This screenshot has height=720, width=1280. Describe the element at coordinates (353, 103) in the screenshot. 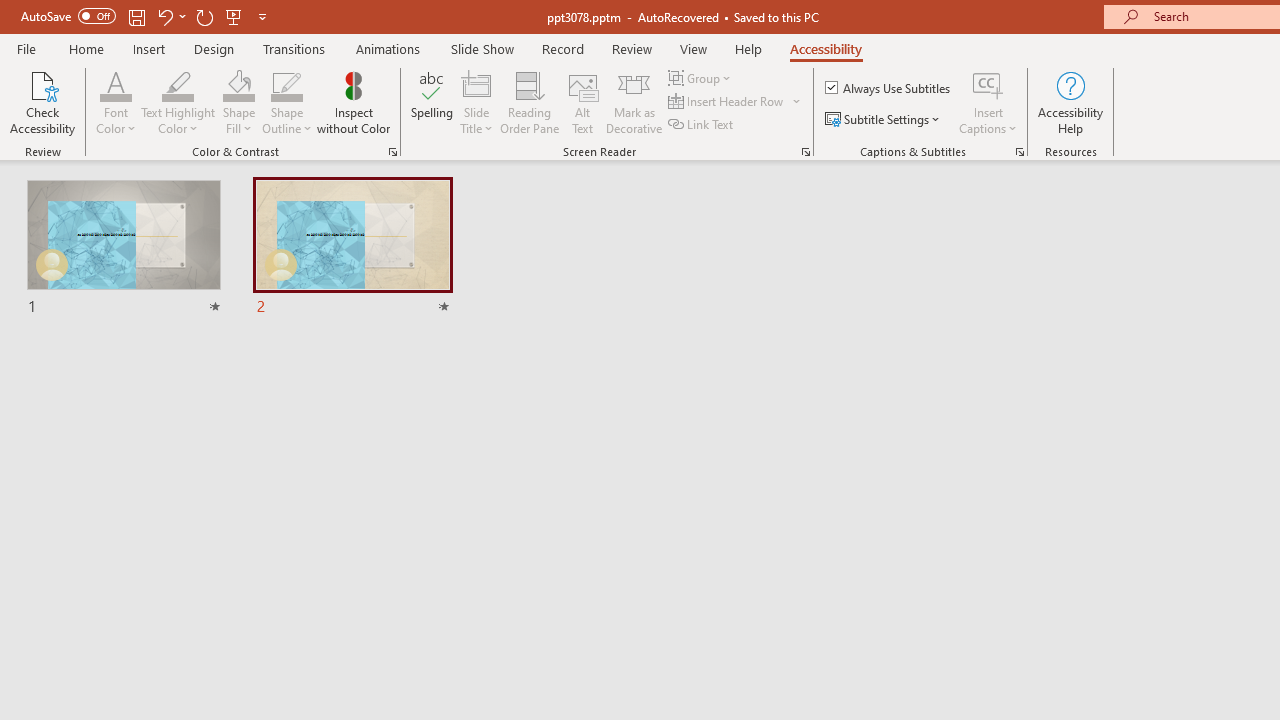

I see `'Inspect without Color'` at that location.